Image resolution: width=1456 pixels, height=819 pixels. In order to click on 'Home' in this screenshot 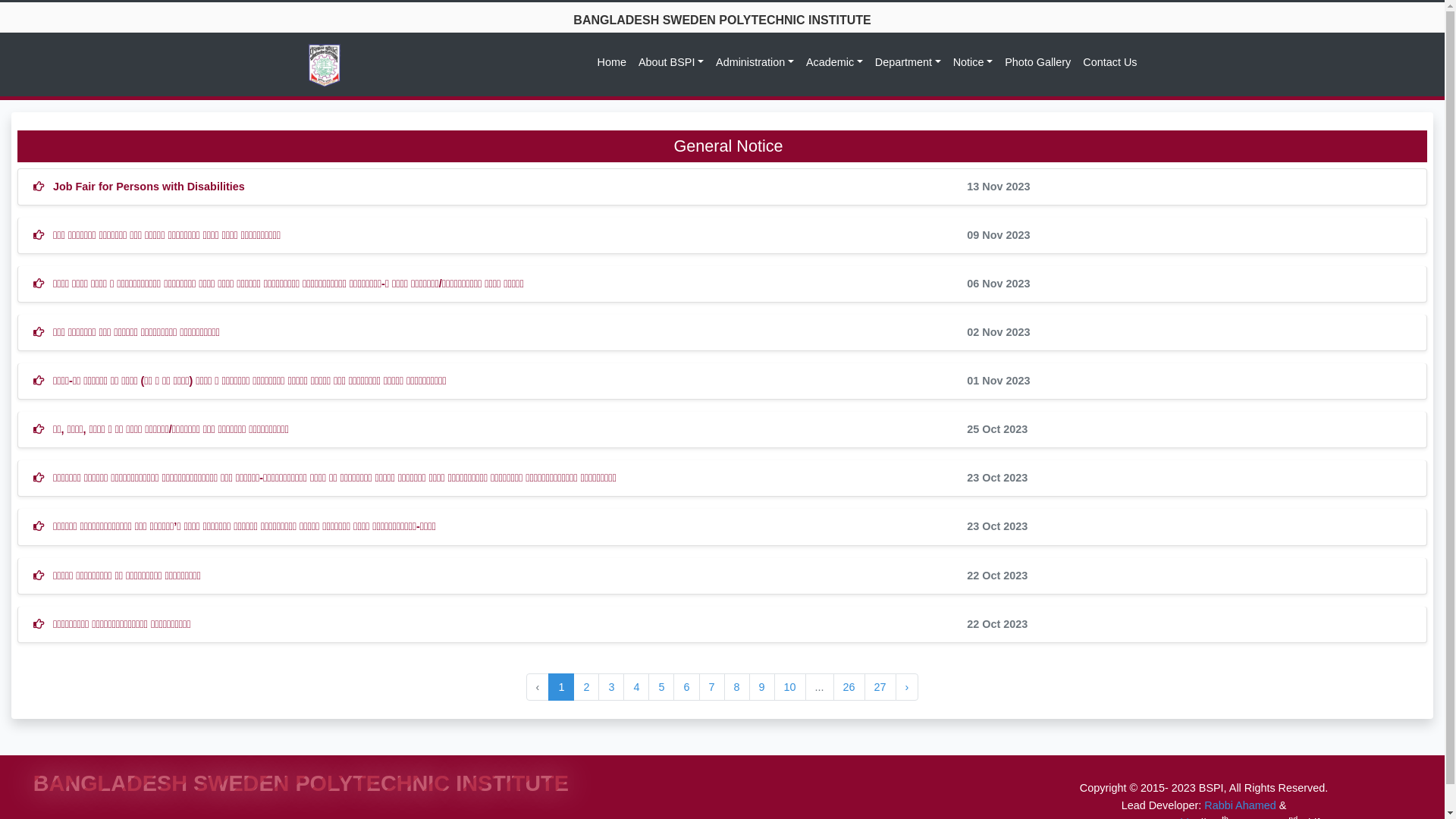, I will do `click(611, 61)`.